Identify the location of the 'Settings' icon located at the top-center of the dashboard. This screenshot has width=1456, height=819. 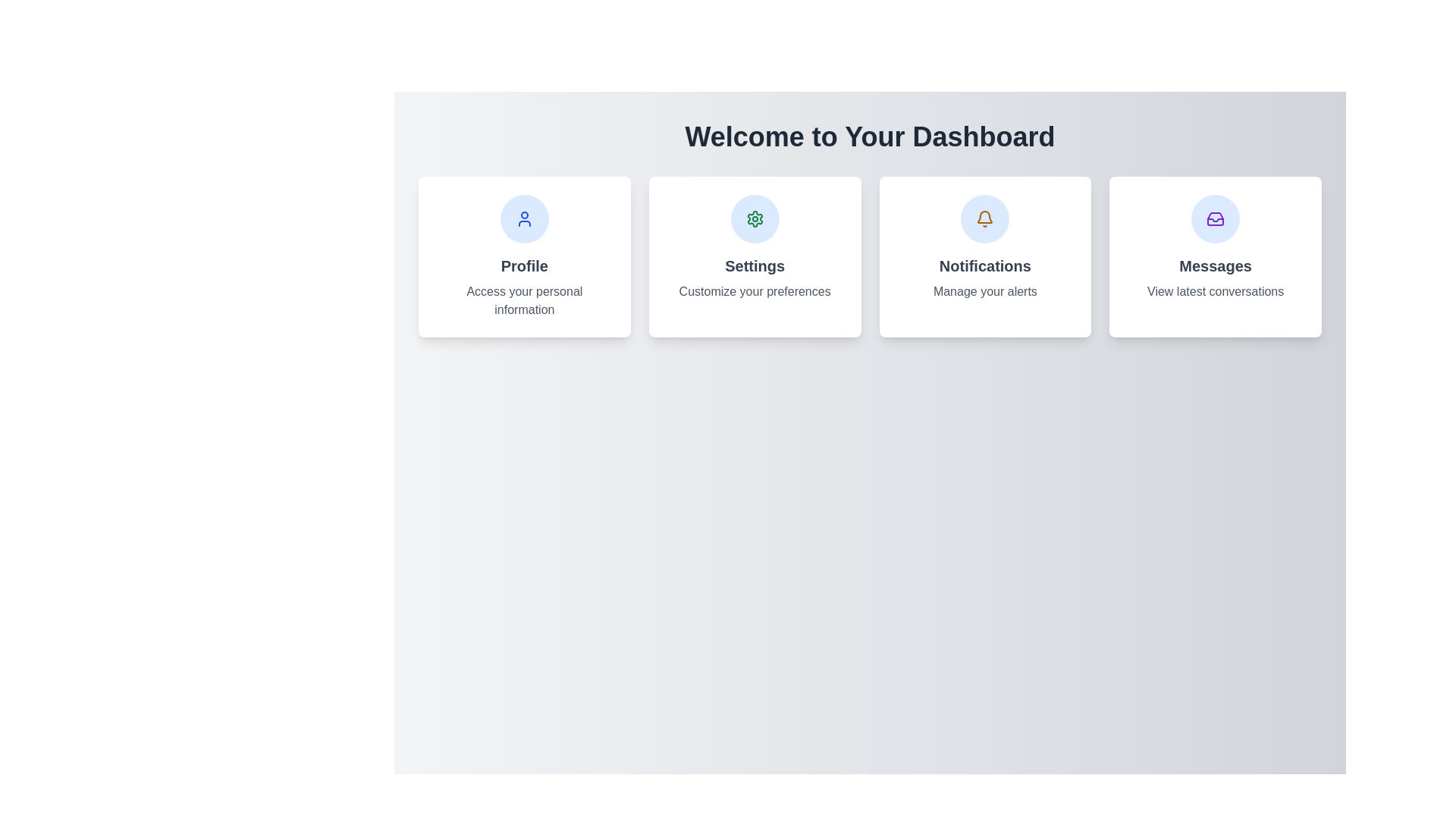
(755, 219).